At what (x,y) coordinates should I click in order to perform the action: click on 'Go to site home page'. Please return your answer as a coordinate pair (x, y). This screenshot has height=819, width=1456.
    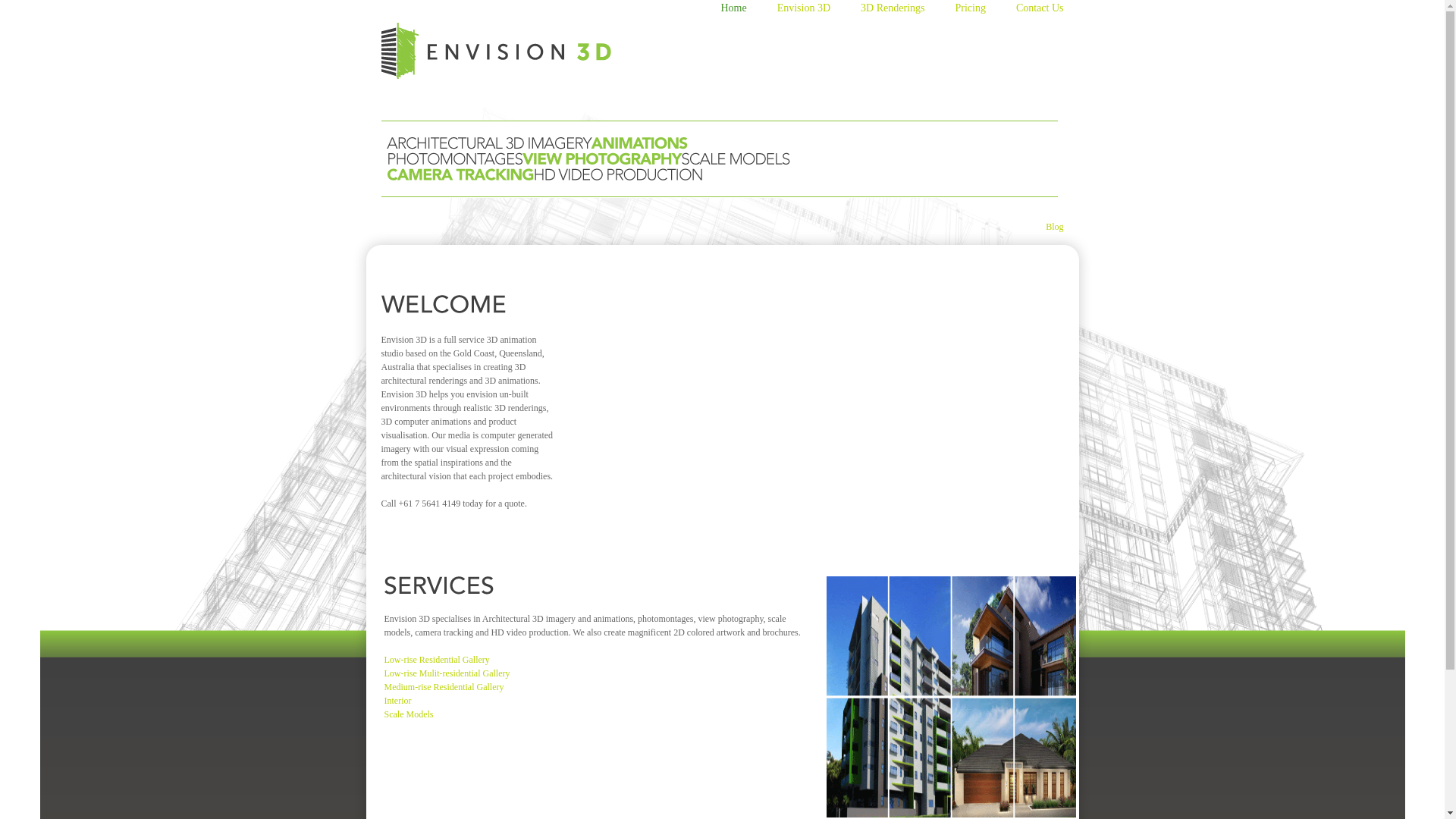
    Looking at the image, I should click on (495, 55).